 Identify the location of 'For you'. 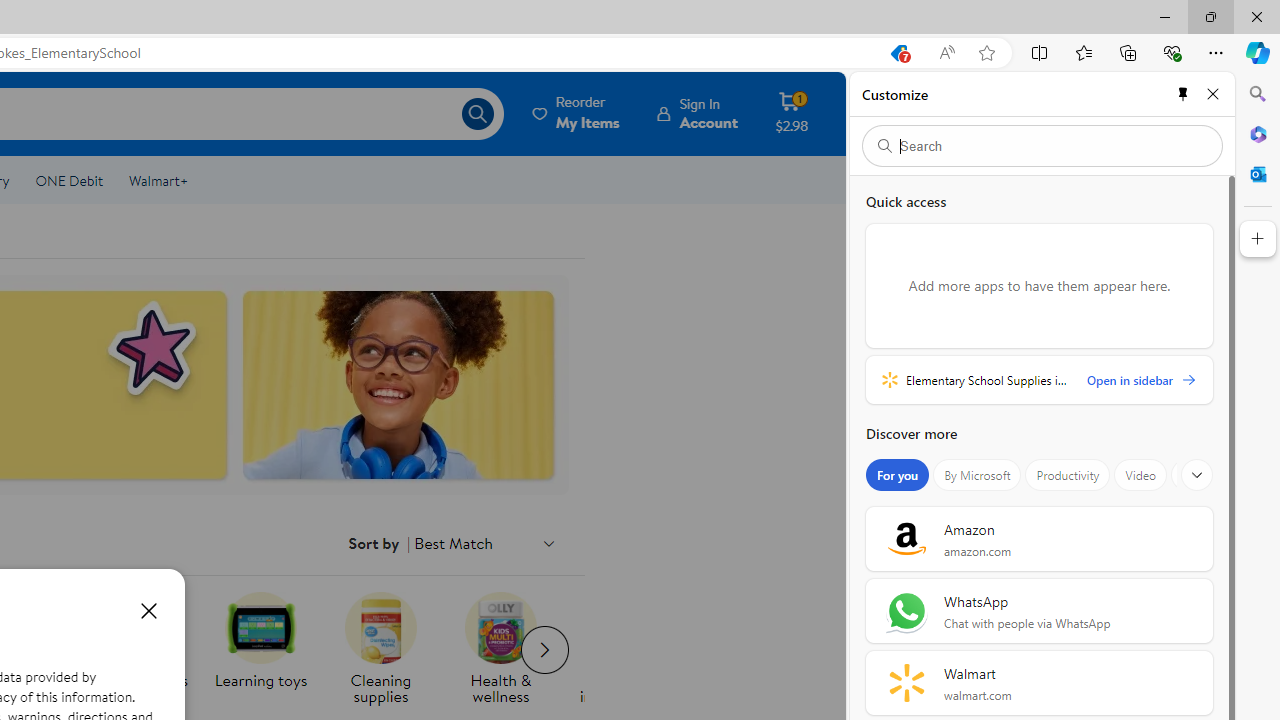
(897, 475).